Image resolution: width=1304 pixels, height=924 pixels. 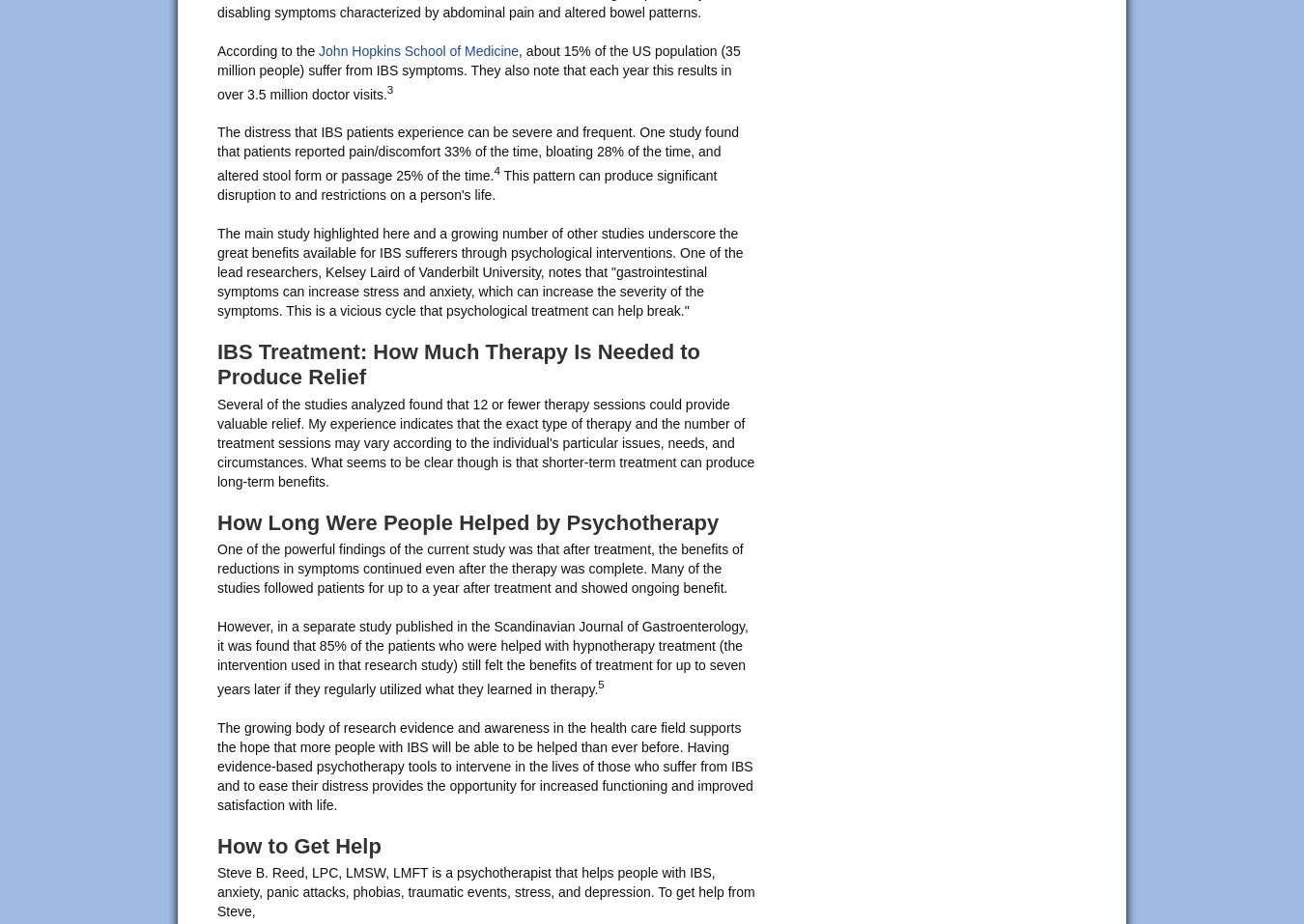 I want to click on 'One of the powerful findings of the current study was that after treatment, the benefits of reductions in symptoms continued even after the therapy was complete. Many of the studies followed patients for up to a year after treatment and showed ongoing benefit.', so click(x=478, y=568).